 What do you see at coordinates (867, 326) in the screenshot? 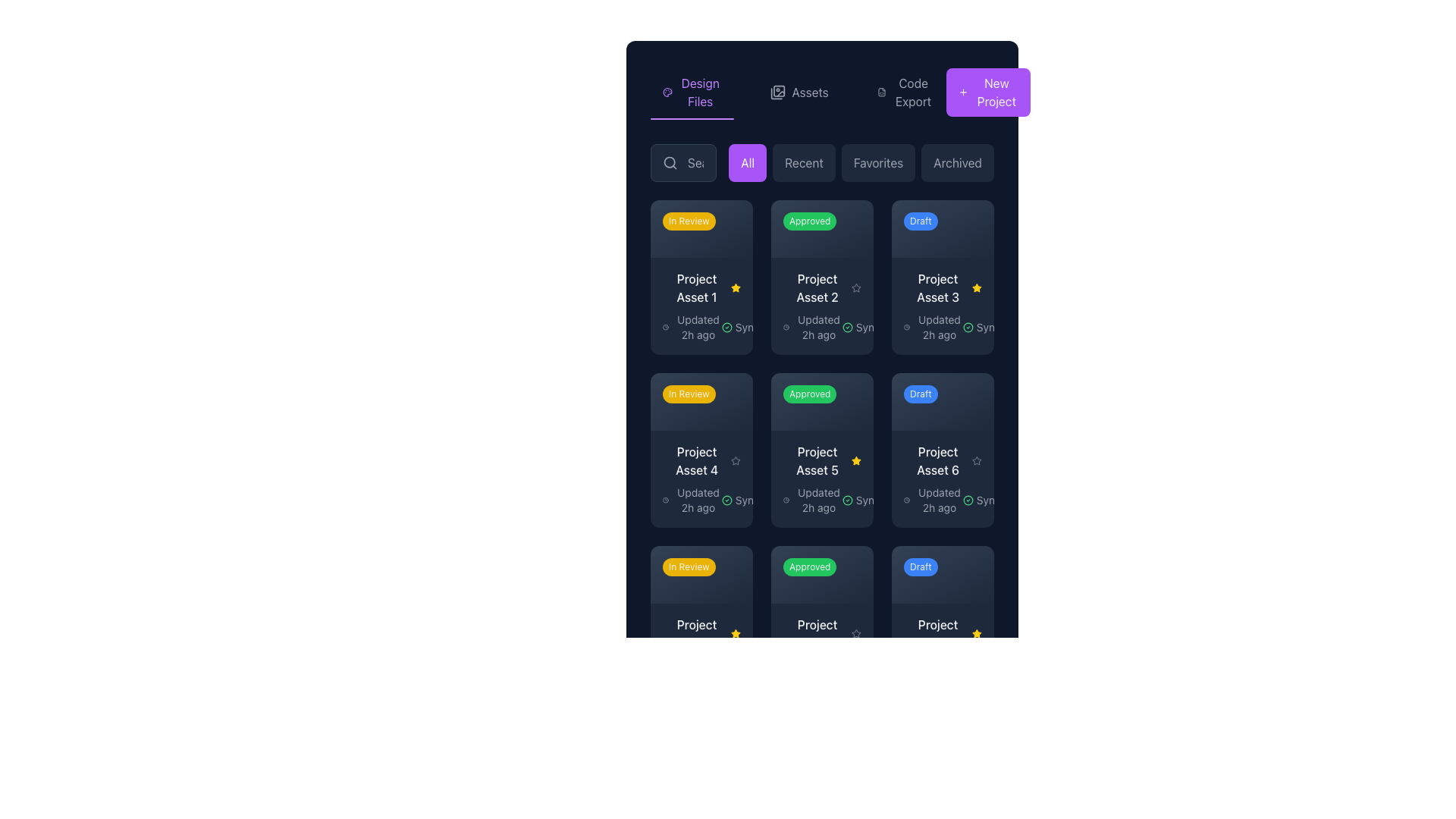
I see `the 'Synced' label with a green checkmark icon located in the summary section under the 'Project Asset 2' card` at bounding box center [867, 326].